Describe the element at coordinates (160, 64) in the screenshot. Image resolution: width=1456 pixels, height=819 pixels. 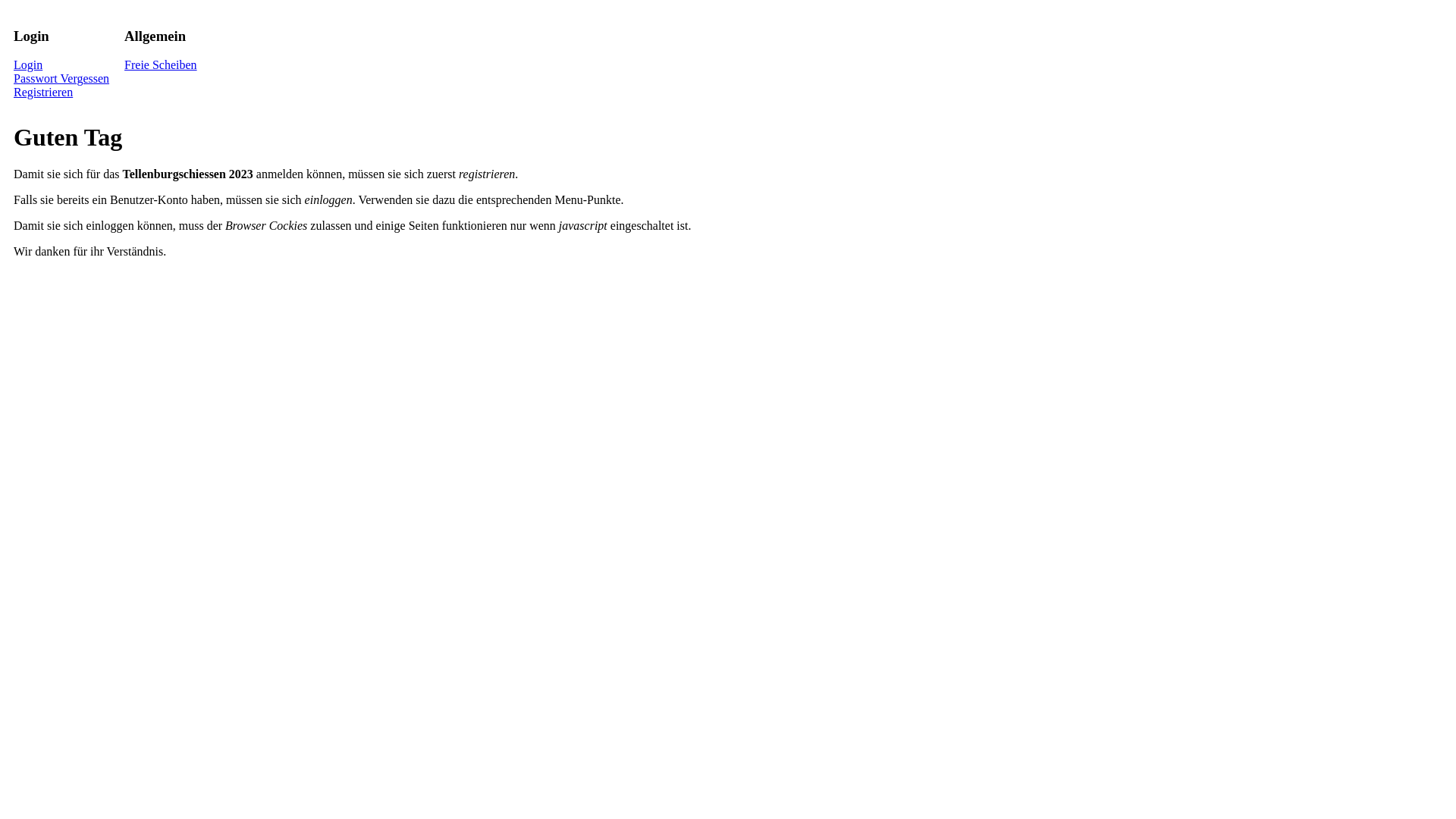
I see `'Freie Scheiben'` at that location.